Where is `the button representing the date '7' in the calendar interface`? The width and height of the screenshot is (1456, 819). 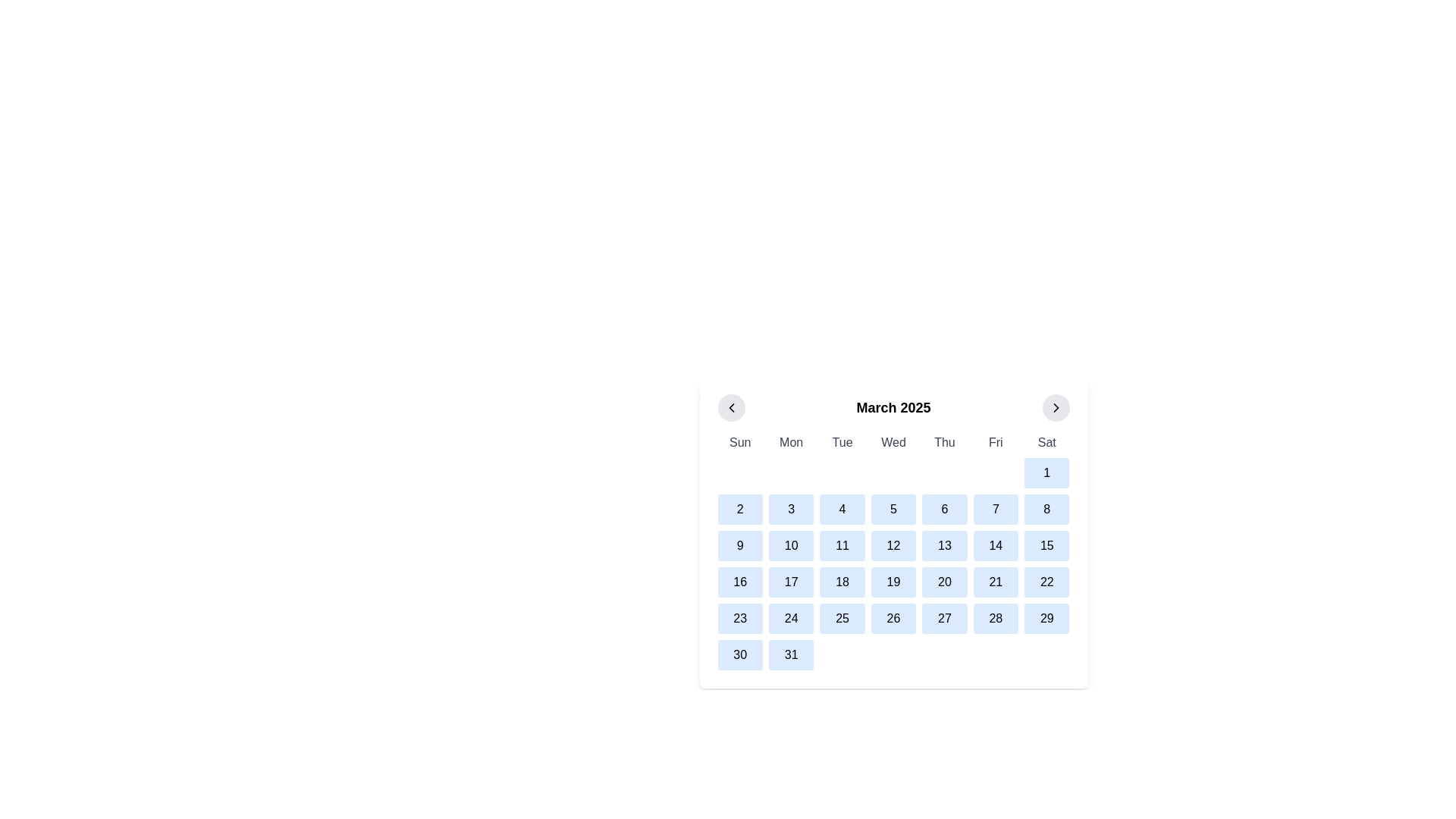
the button representing the date '7' in the calendar interface is located at coordinates (996, 509).